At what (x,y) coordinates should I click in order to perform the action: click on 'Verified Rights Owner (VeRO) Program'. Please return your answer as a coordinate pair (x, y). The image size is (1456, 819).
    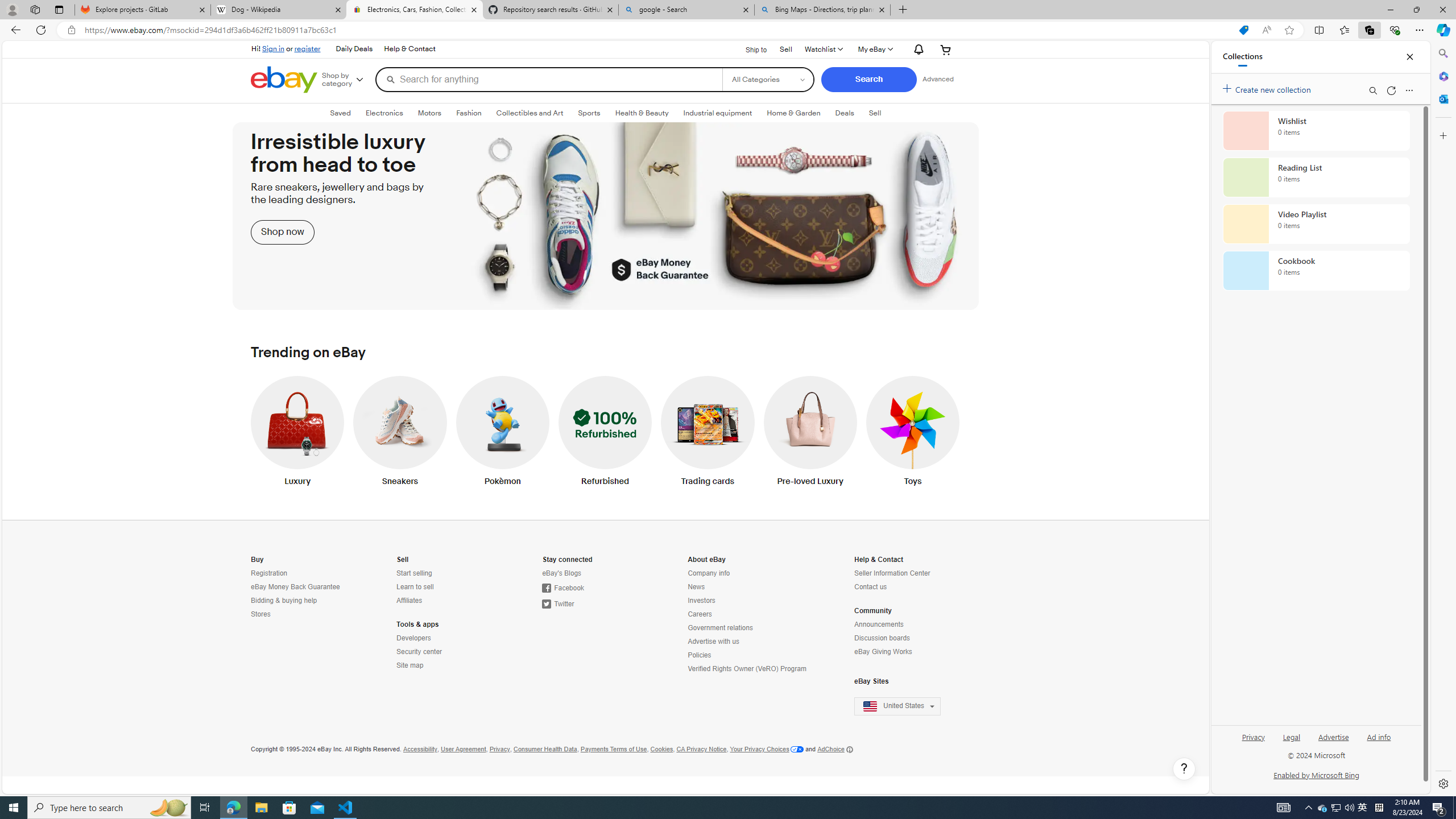
    Looking at the image, I should click on (747, 668).